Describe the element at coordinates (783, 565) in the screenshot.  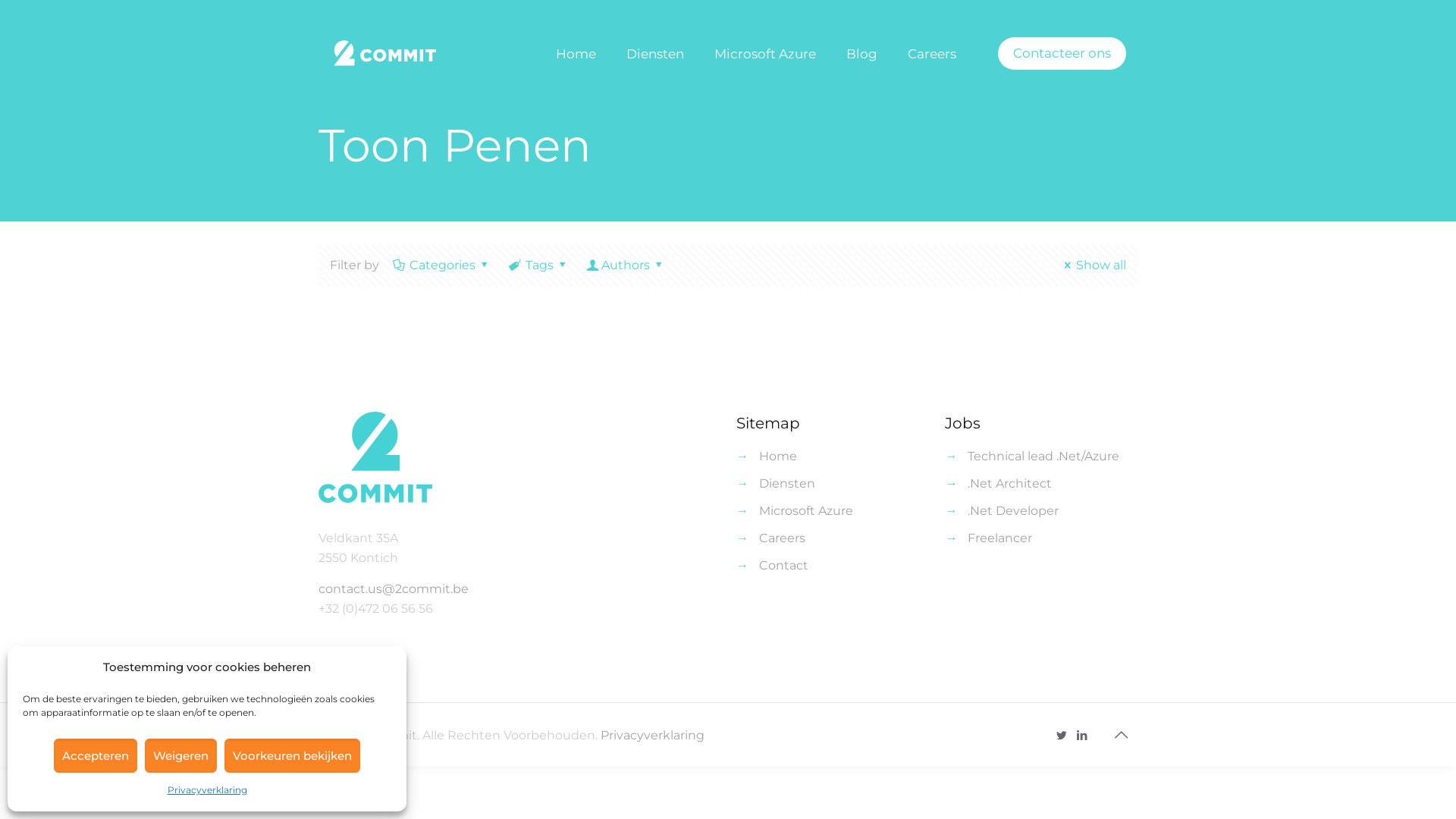
I see `'Contact'` at that location.